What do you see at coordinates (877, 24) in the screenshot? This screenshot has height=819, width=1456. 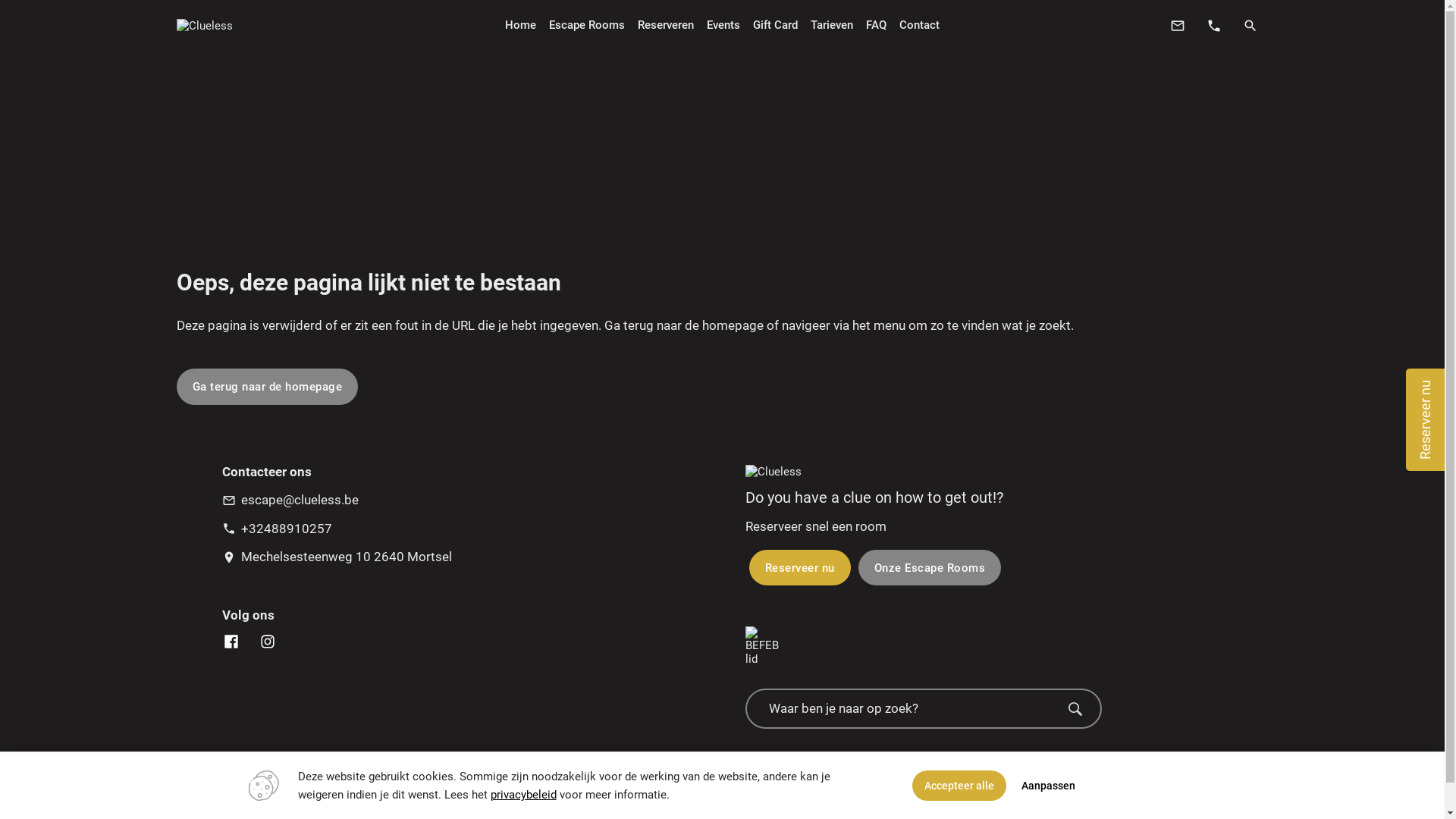 I see `'FAQ'` at bounding box center [877, 24].